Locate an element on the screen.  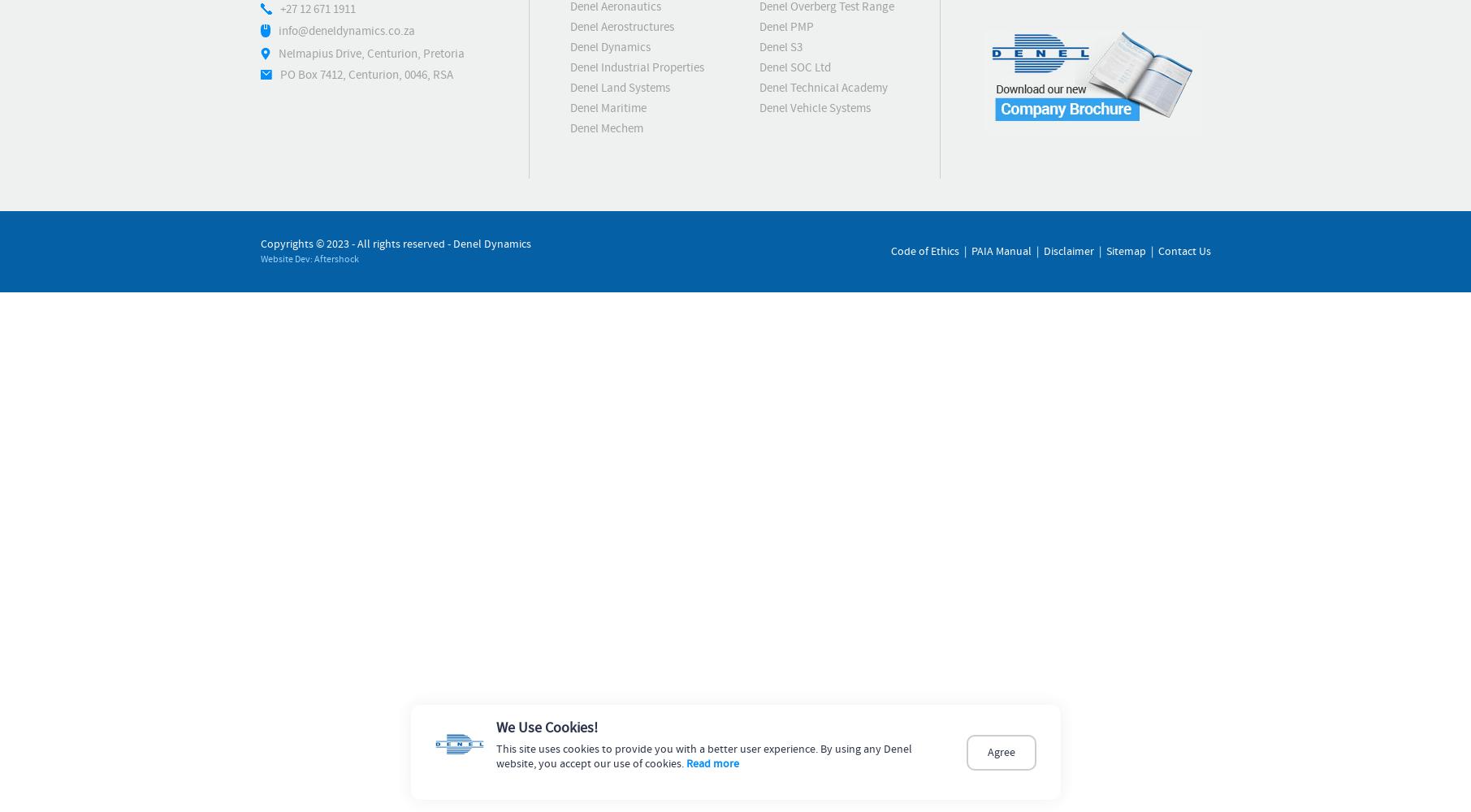
'Denel PMP' is located at coordinates (785, 27).